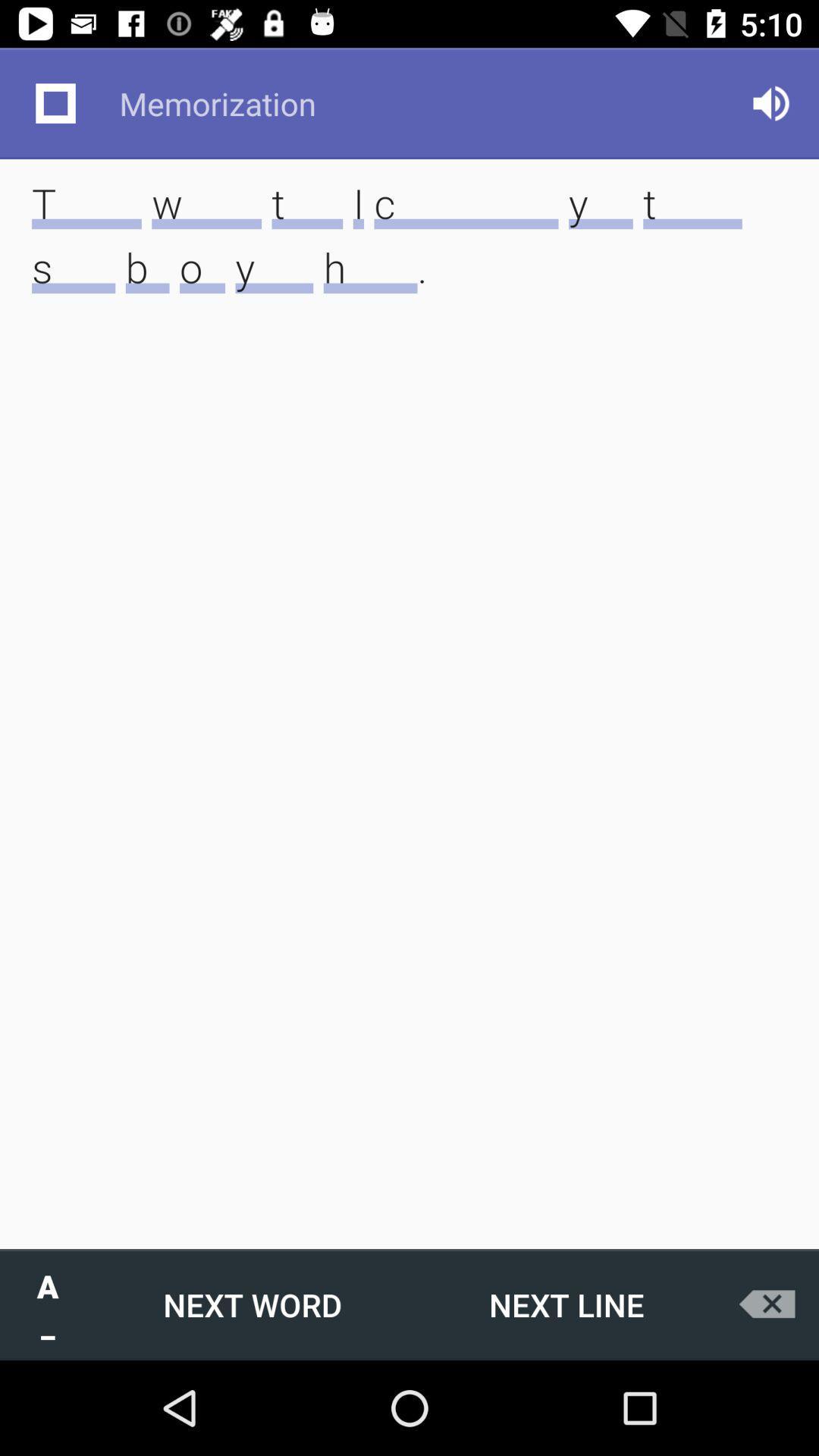  What do you see at coordinates (46, 1304) in the screenshot?
I see `item next to next word` at bounding box center [46, 1304].